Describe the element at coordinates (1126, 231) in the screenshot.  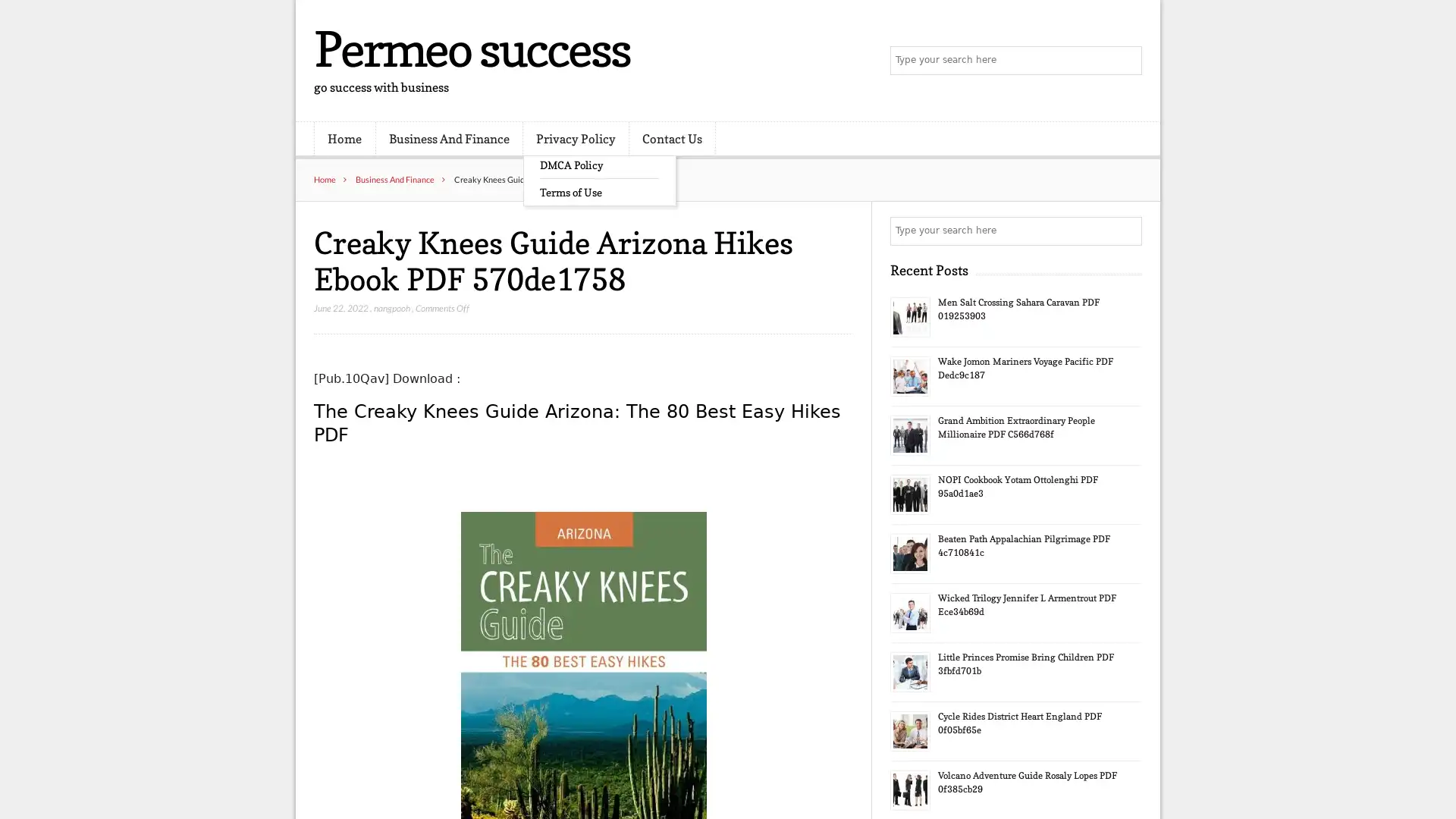
I see `Search` at that location.